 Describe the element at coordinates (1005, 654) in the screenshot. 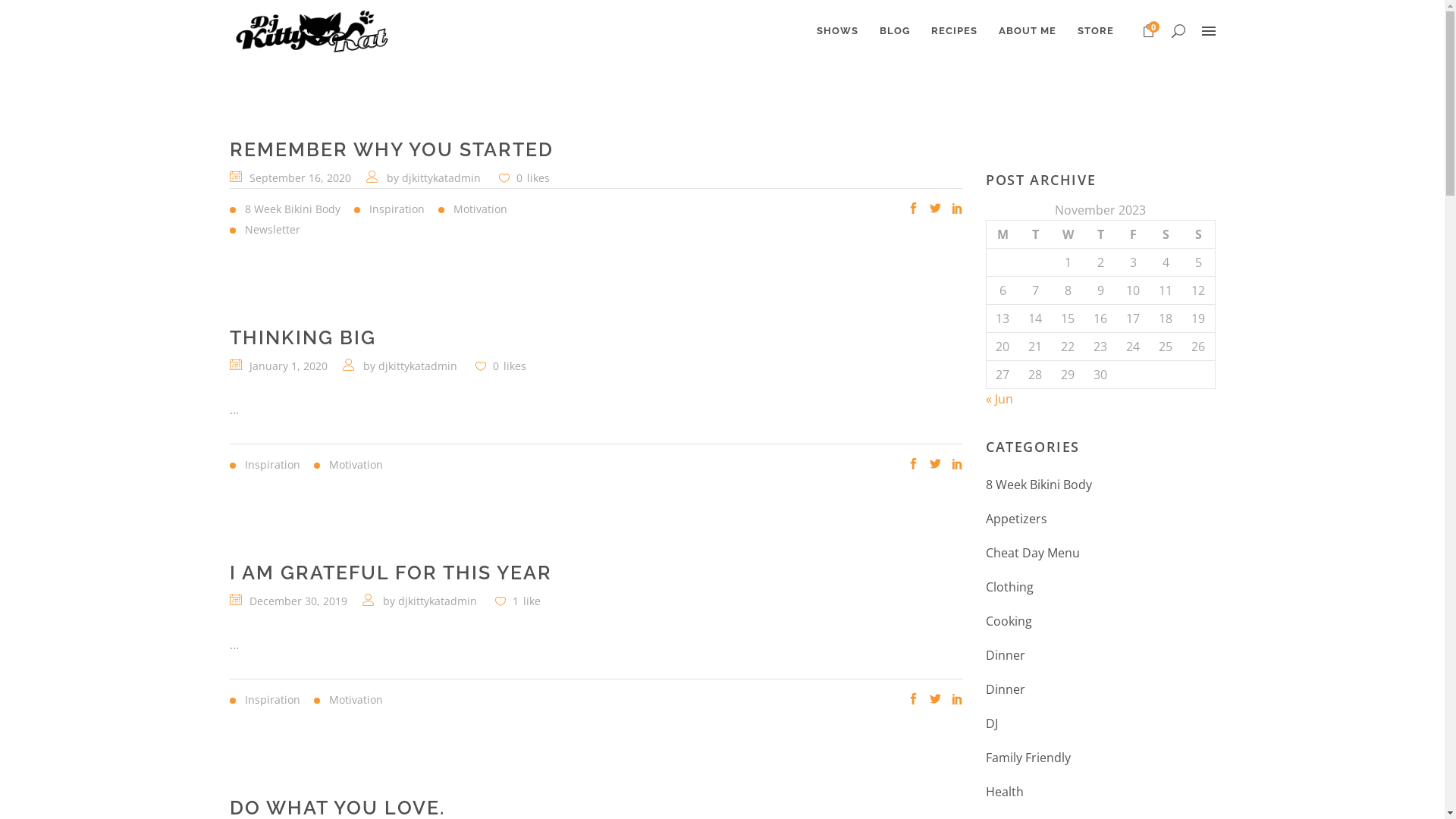

I see `'Dinner'` at that location.